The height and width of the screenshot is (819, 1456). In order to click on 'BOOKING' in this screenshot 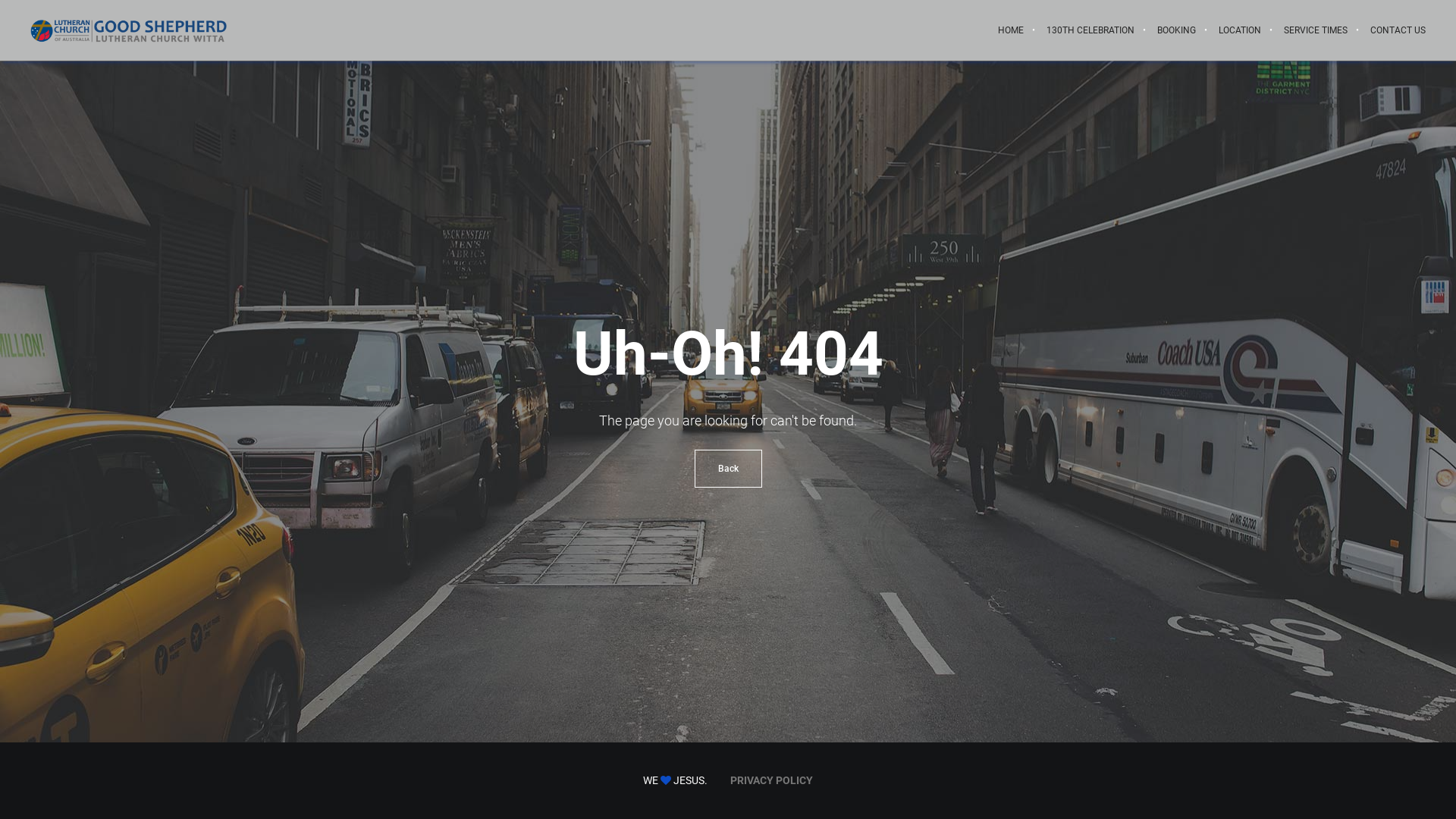, I will do `click(1175, 30)`.